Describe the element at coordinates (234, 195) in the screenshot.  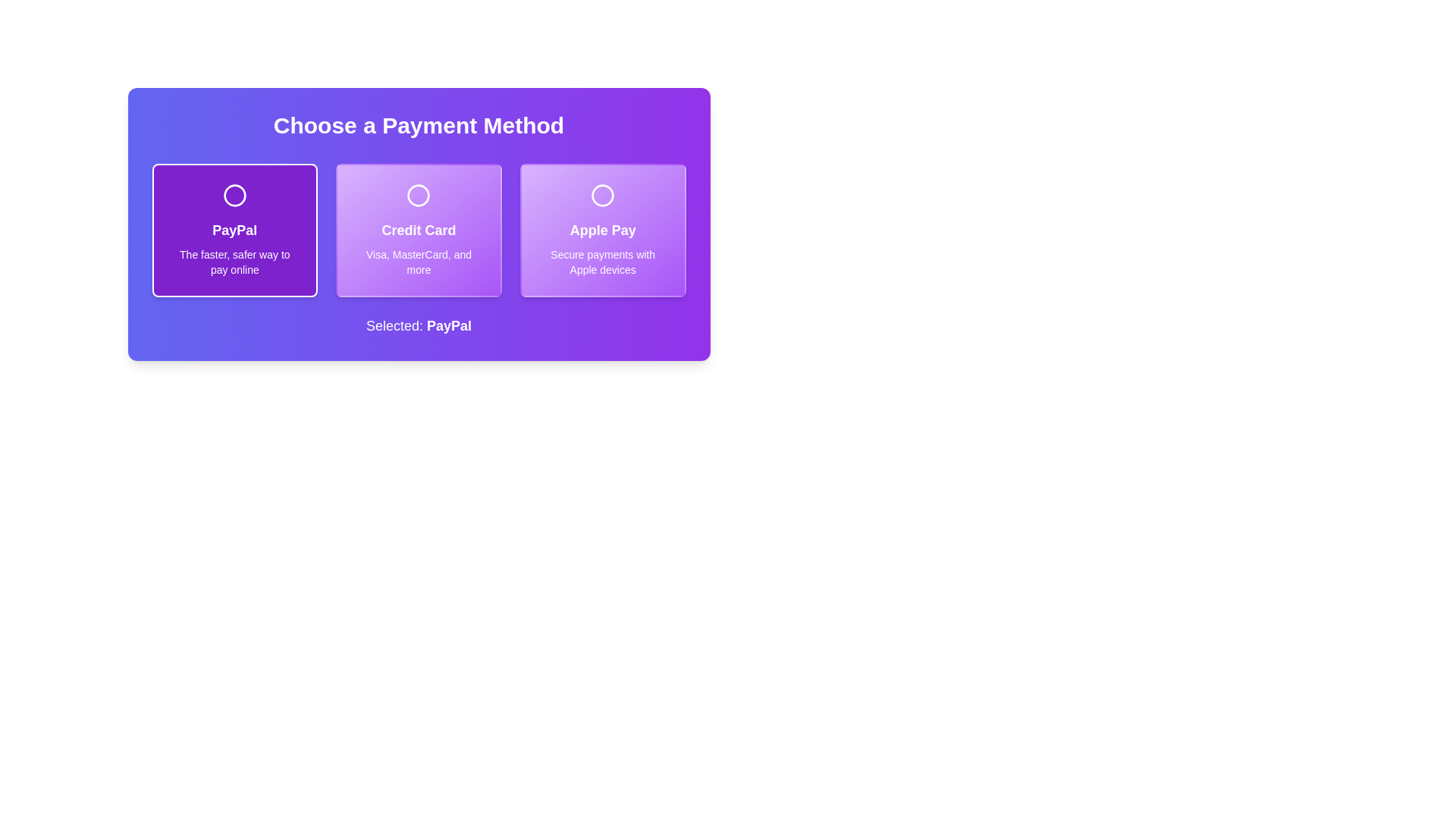
I see `the circular status indicator icon for the 'PayPal' card located at the top portion of the purple card, which is the leftmost card among three horizontal cards` at that location.